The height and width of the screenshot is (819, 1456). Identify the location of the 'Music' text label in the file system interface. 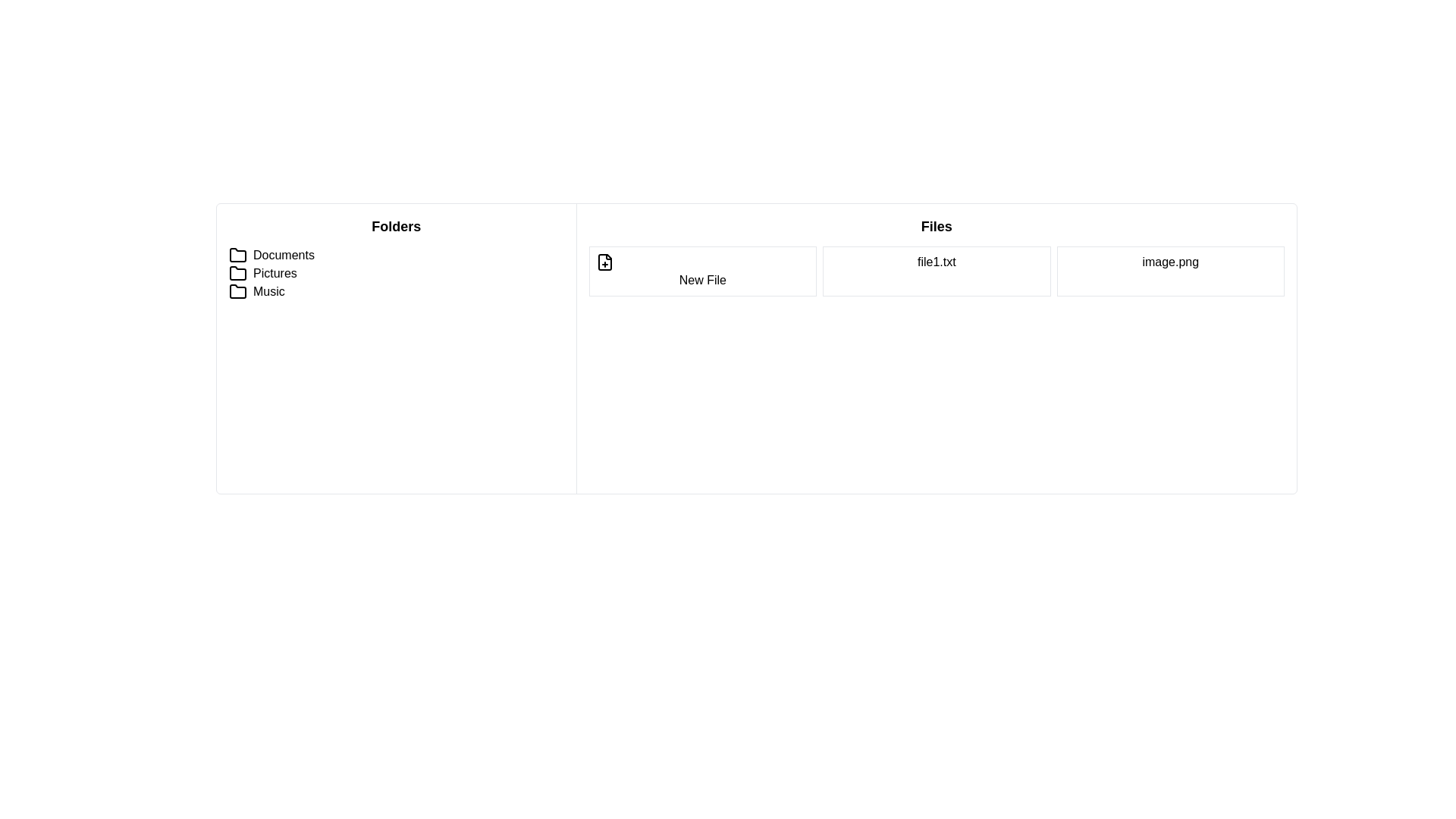
(268, 292).